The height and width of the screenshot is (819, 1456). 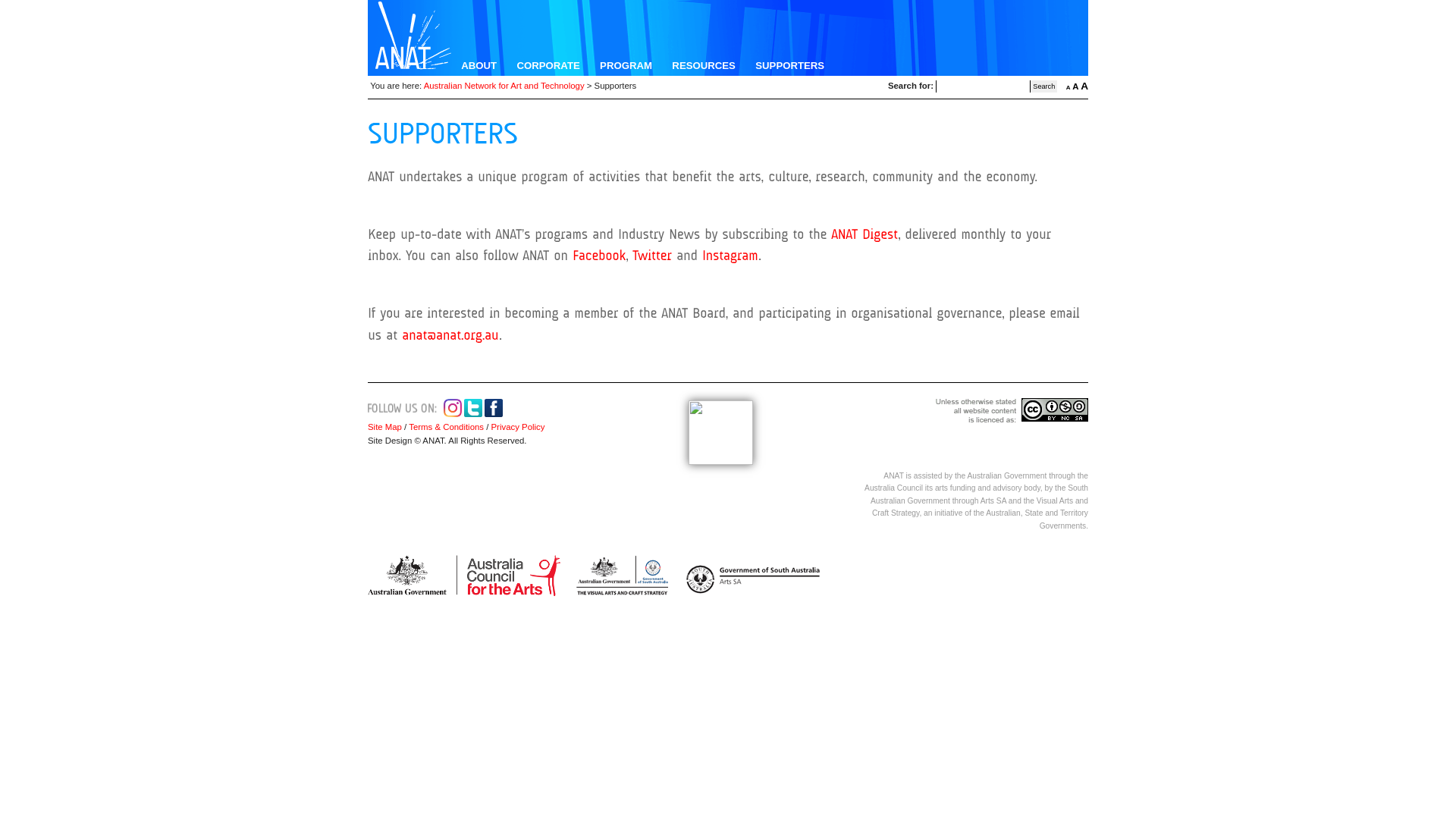 I want to click on 'Australian Network for Art and Technology', so click(x=504, y=85).